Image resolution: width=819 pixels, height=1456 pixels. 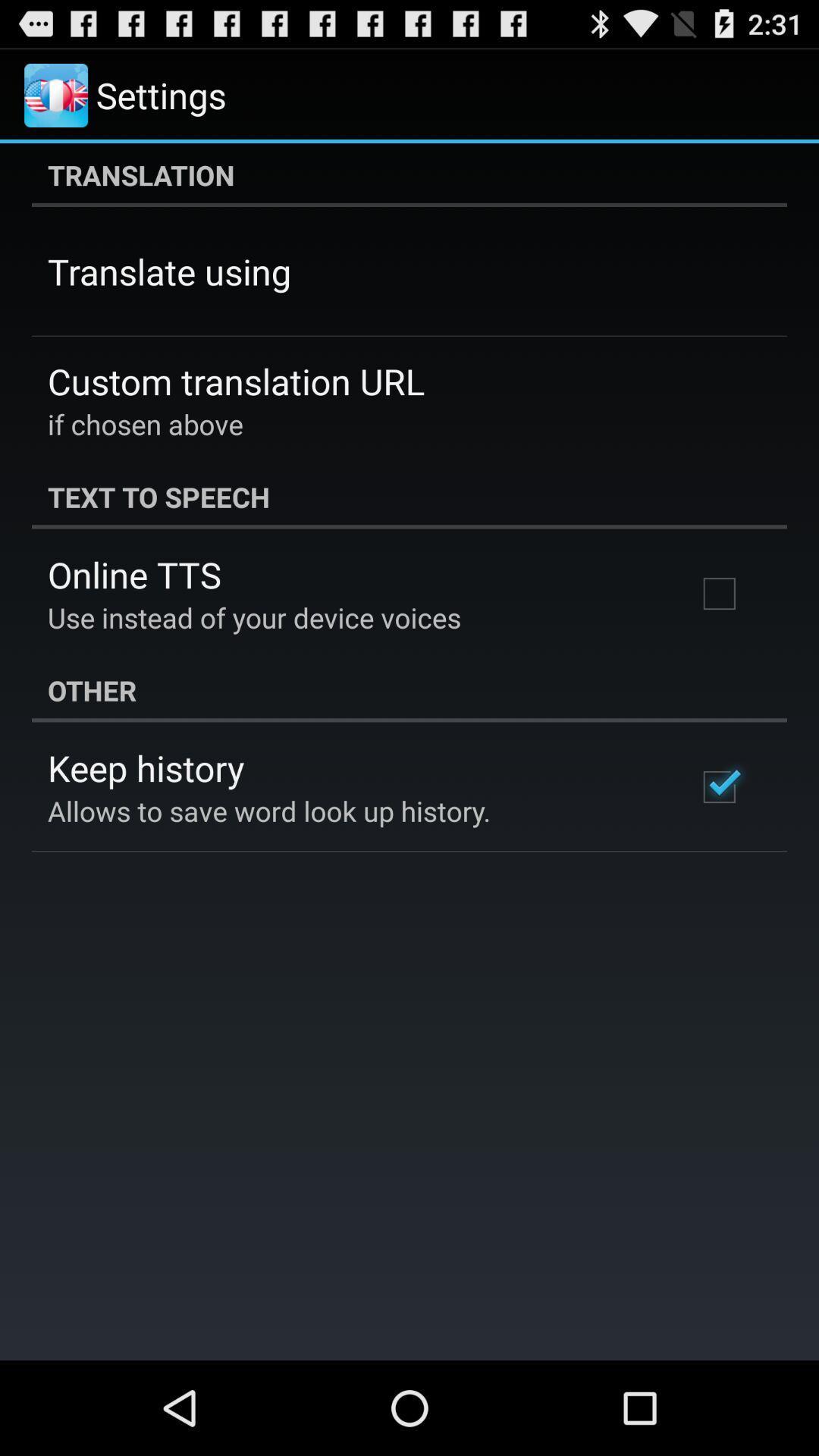 What do you see at coordinates (409, 497) in the screenshot?
I see `the icon above the online tts` at bounding box center [409, 497].